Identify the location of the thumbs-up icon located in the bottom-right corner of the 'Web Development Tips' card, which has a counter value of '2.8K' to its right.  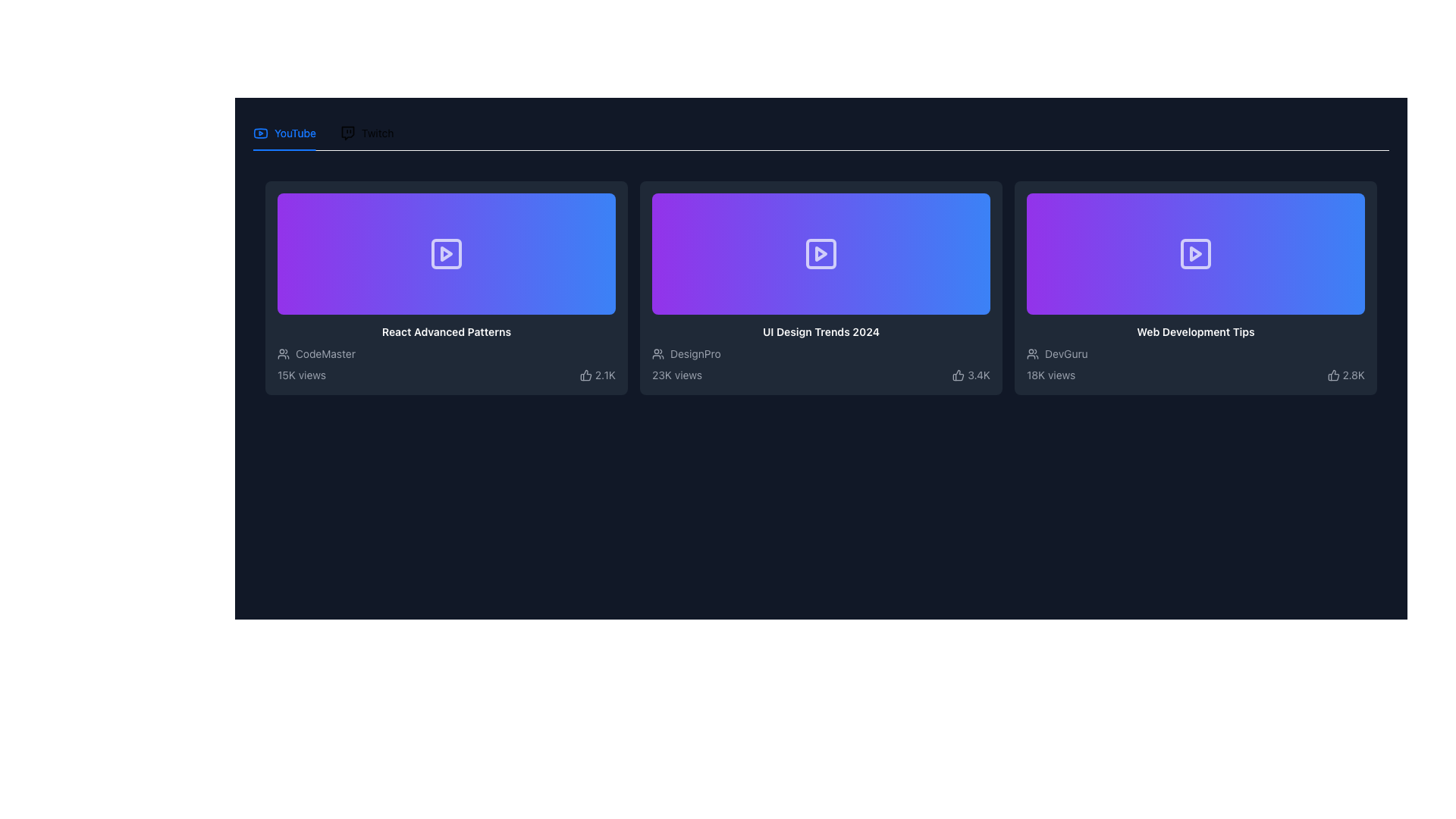
(1332, 375).